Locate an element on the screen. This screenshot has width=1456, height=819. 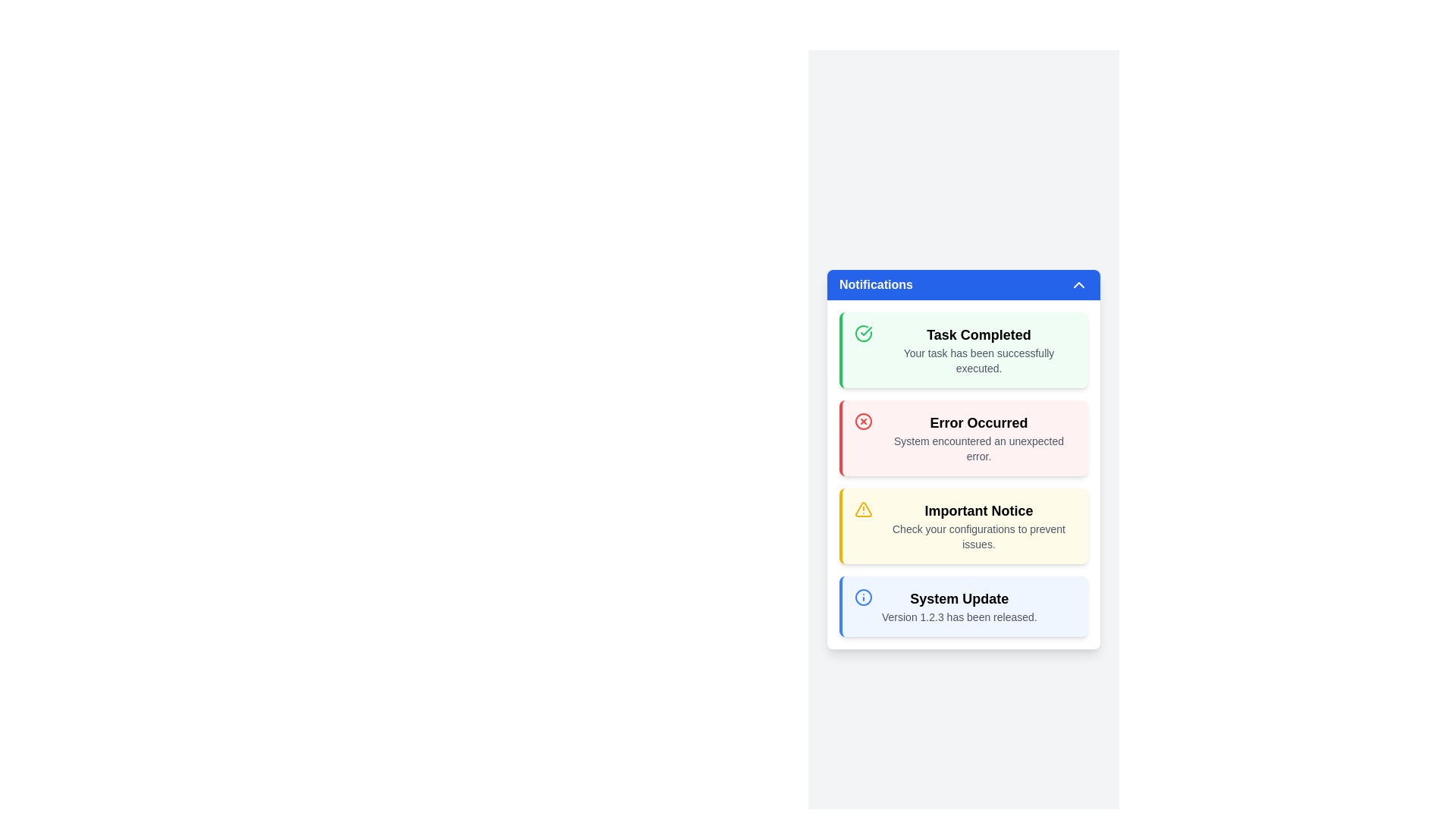
the text label displaying the message 'System encountered an unexpected error.' which is positioned below the title 'Error Occurred' in the notification box is located at coordinates (979, 447).